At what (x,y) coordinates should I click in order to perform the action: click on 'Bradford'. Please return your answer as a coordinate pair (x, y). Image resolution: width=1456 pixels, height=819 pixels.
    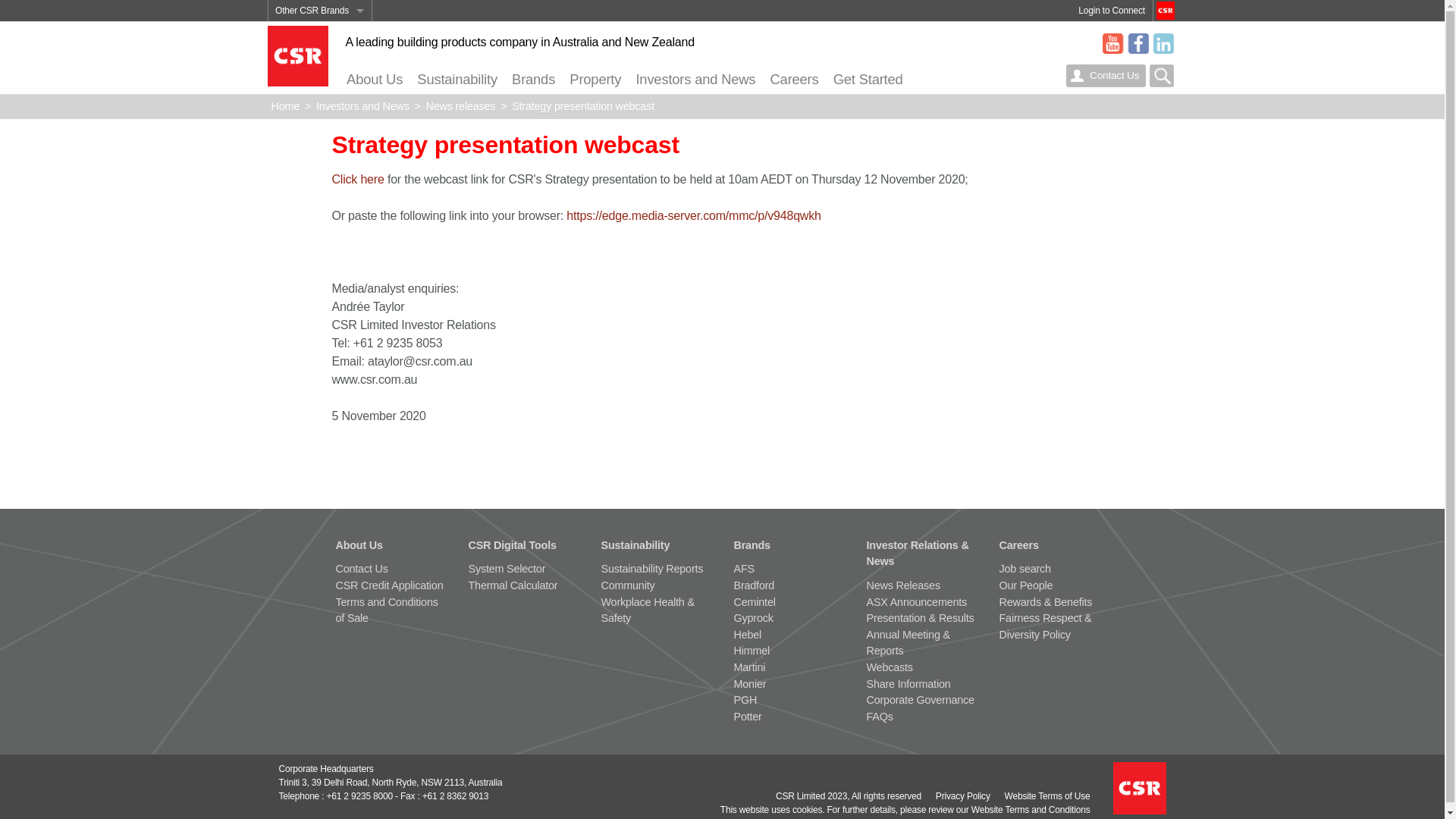
    Looking at the image, I should click on (754, 584).